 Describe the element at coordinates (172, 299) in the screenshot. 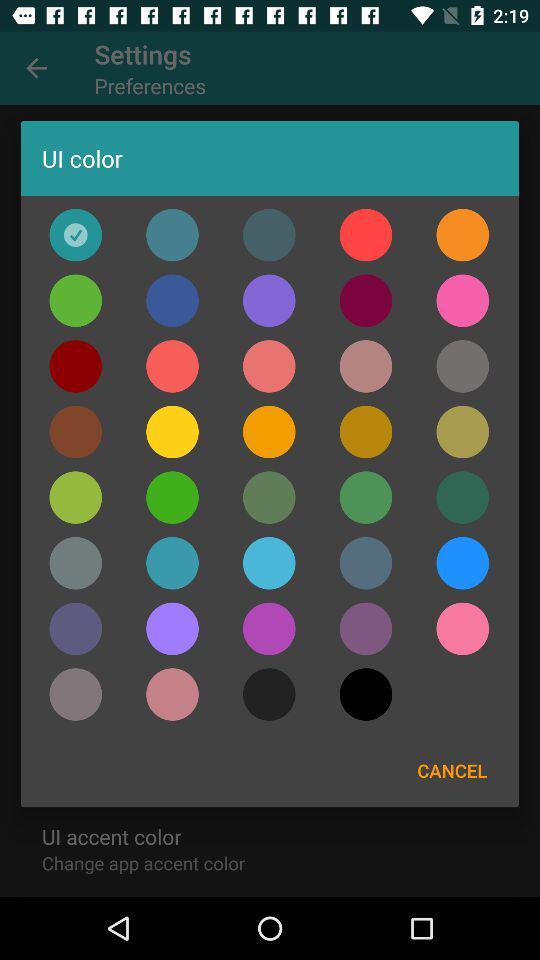

I see `ui color blue` at that location.